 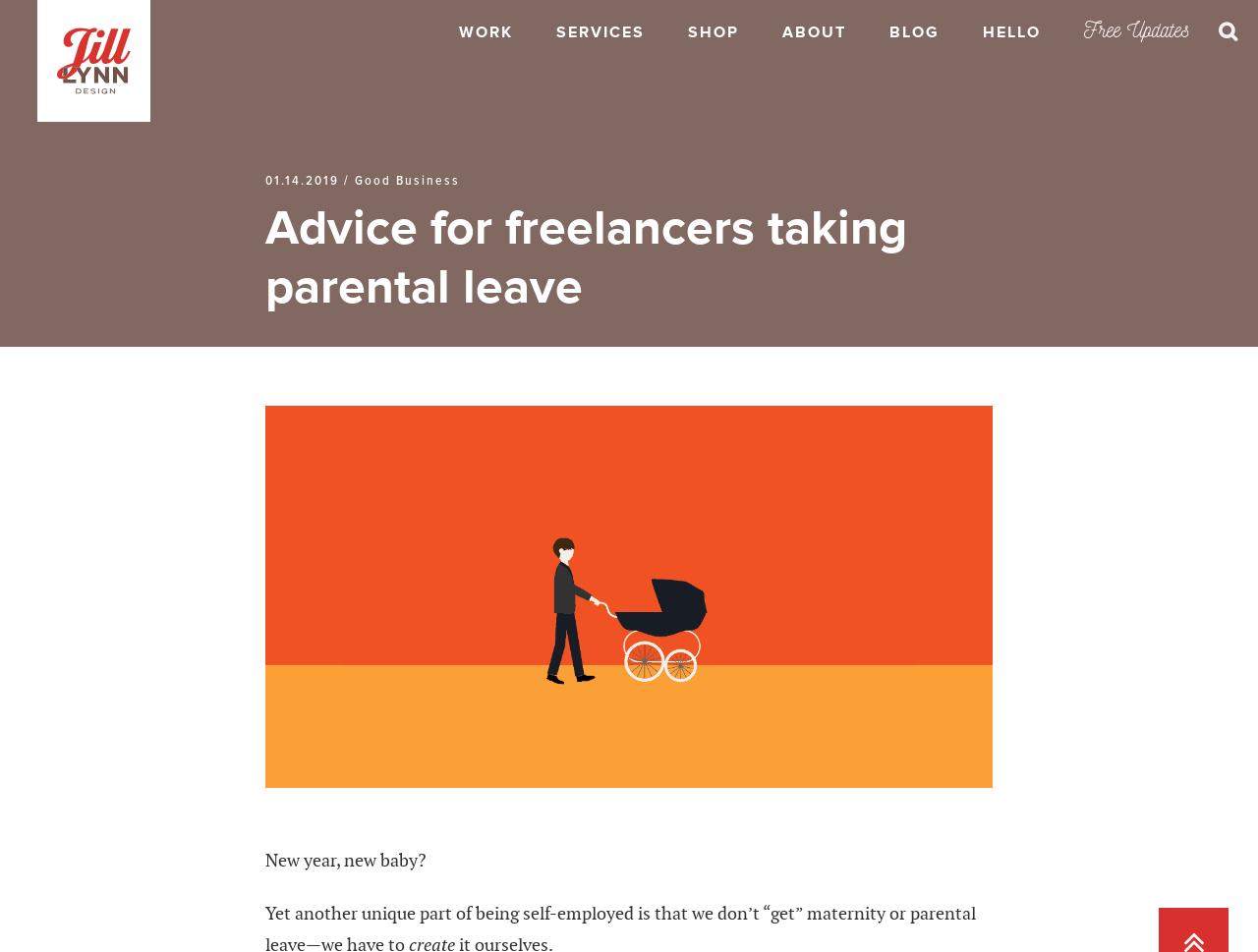 What do you see at coordinates (585, 256) in the screenshot?
I see `'Advice for freelancers taking parental leave'` at bounding box center [585, 256].